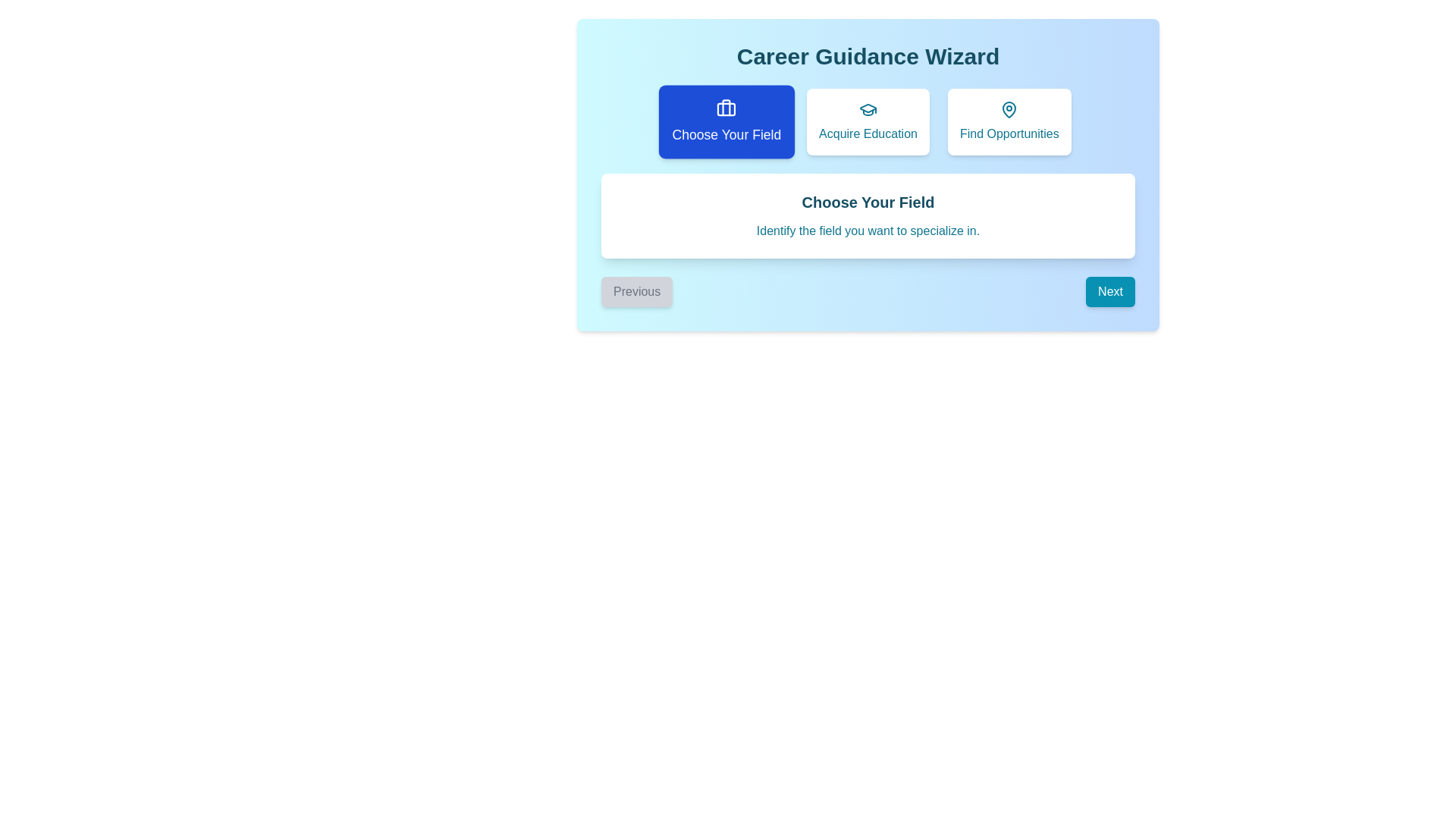 Image resolution: width=1456 pixels, height=819 pixels. I want to click on the non-interactive rectangular graphical element located within the 'Choose Your Field' button, which is the first button in a row of three at the top of the interface, so click(726, 108).